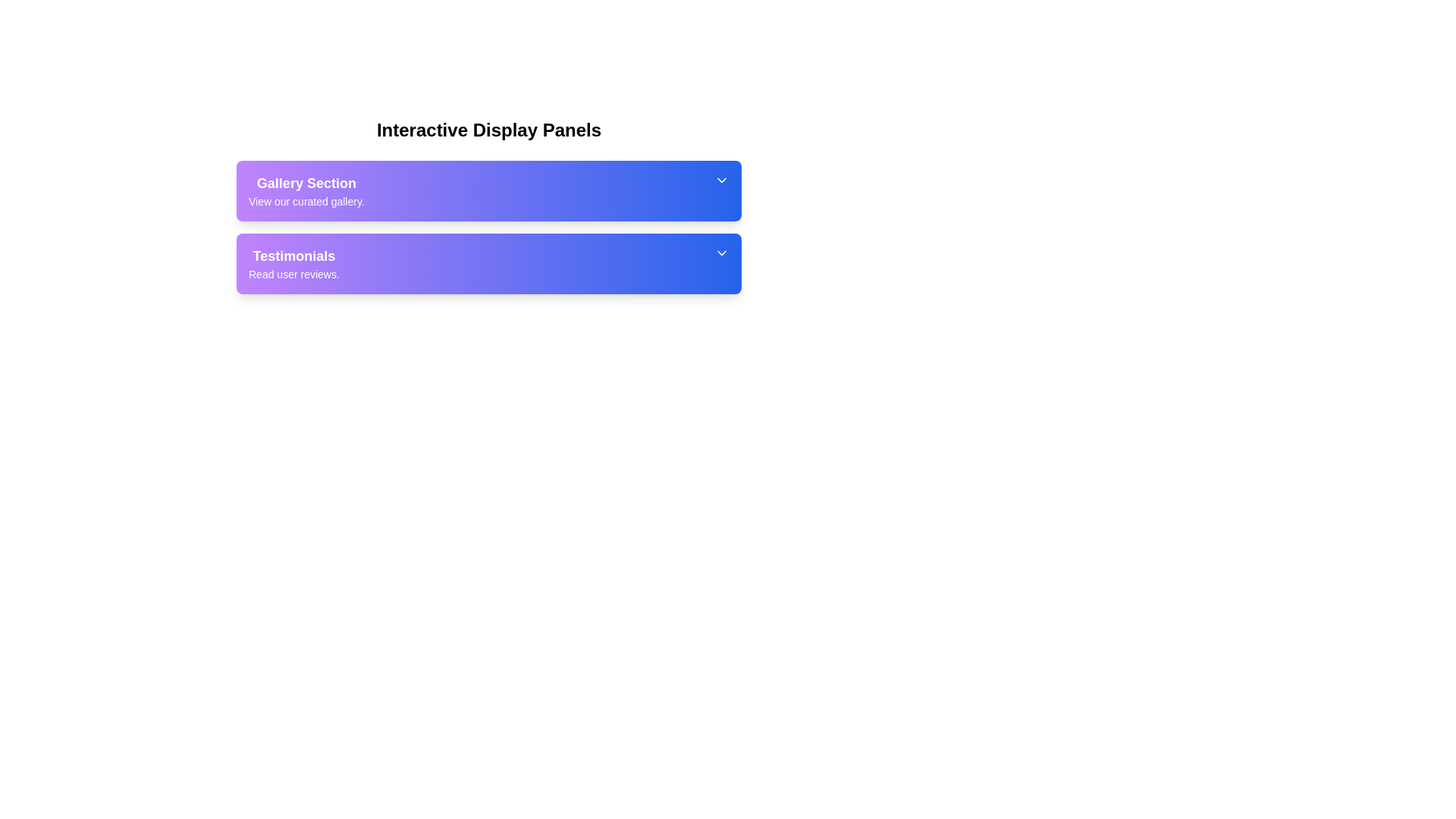 This screenshot has width=1456, height=819. Describe the element at coordinates (306, 183) in the screenshot. I see `the 'Gallery Section' label, which is a bold text label with a white font color on a gradient background from purple to blue, positioned at the top of the first section` at that location.